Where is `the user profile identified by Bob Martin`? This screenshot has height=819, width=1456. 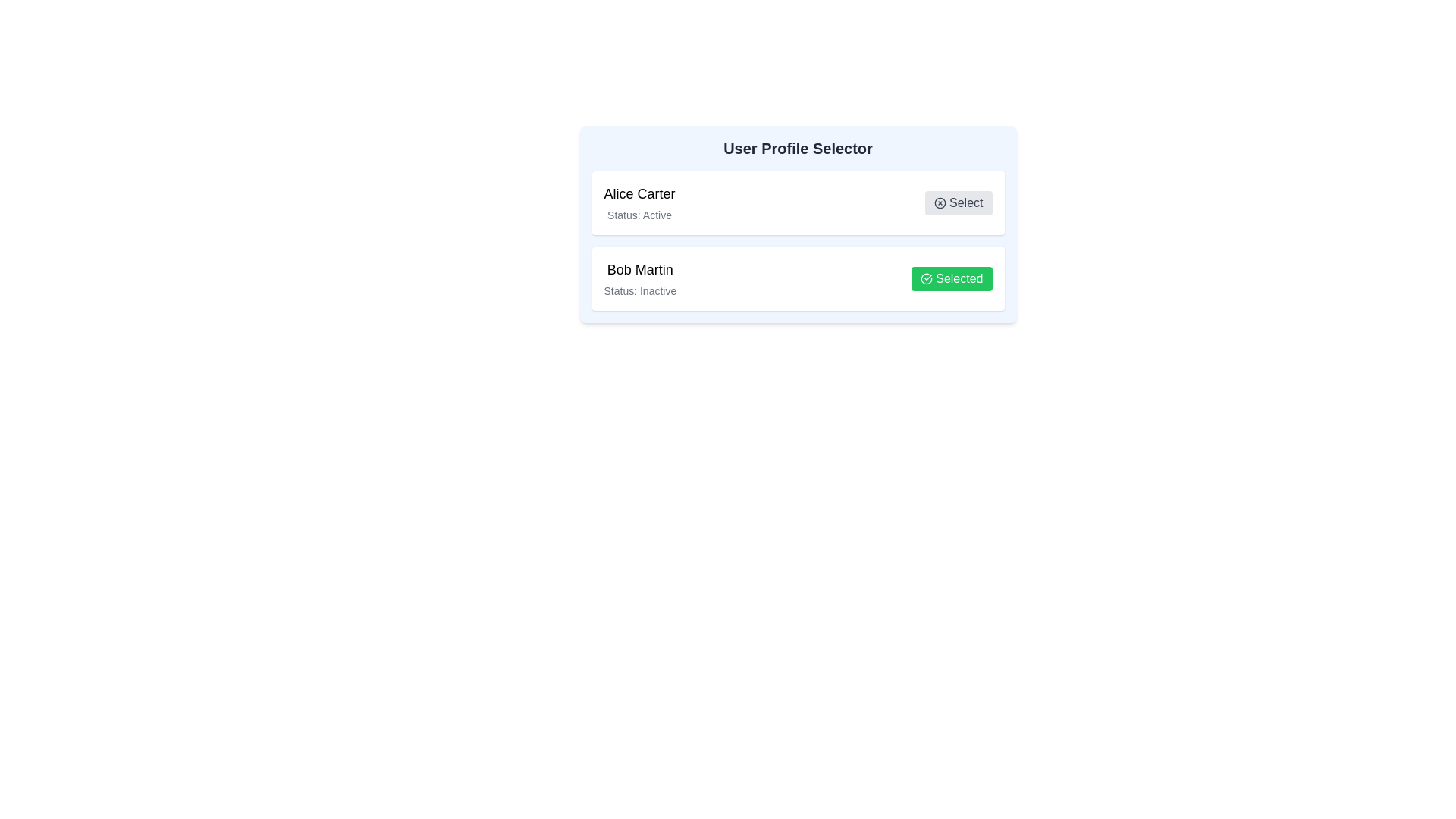
the user profile identified by Bob Martin is located at coordinates (951, 278).